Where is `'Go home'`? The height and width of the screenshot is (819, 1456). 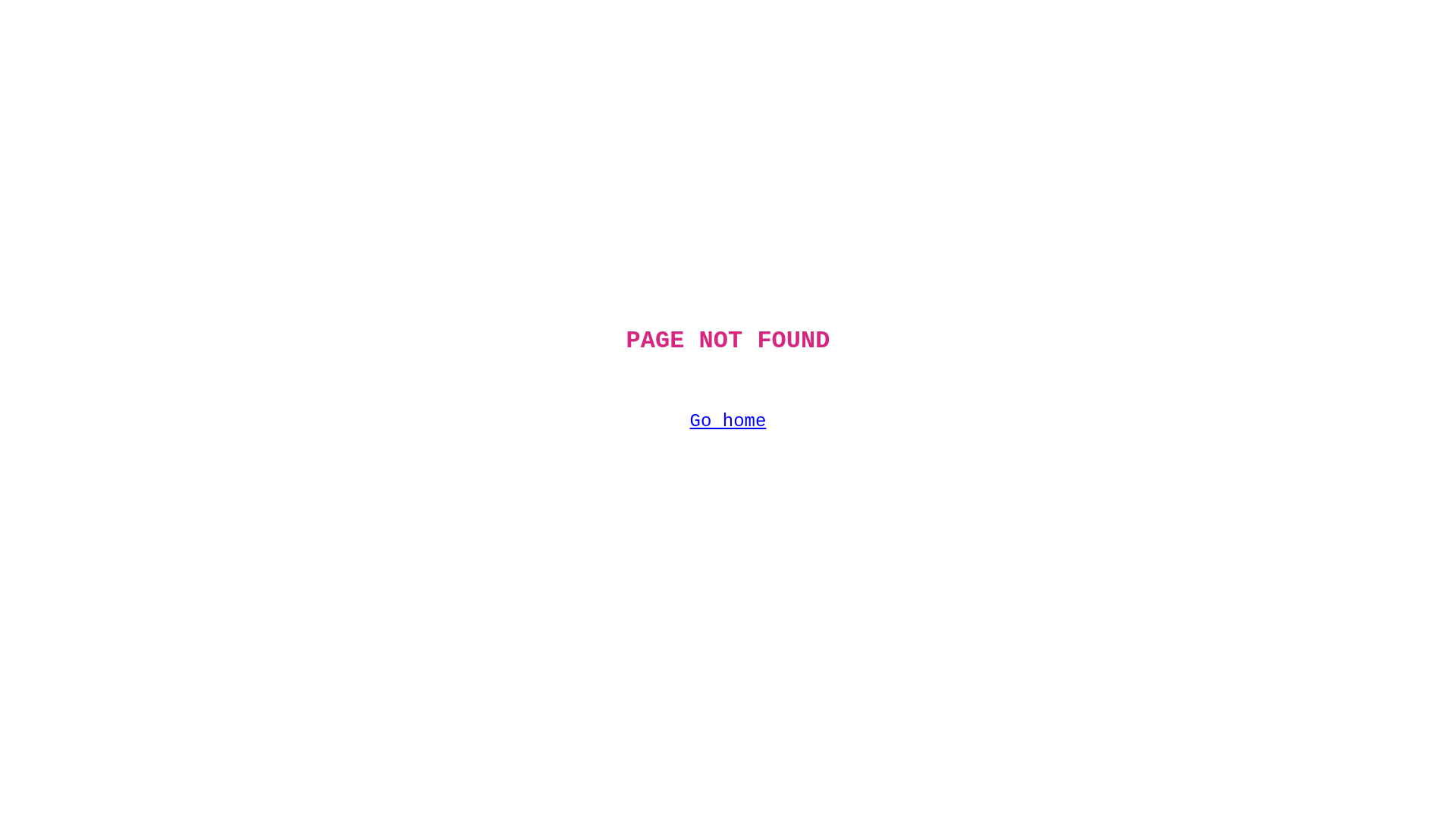
'Go home' is located at coordinates (728, 421).